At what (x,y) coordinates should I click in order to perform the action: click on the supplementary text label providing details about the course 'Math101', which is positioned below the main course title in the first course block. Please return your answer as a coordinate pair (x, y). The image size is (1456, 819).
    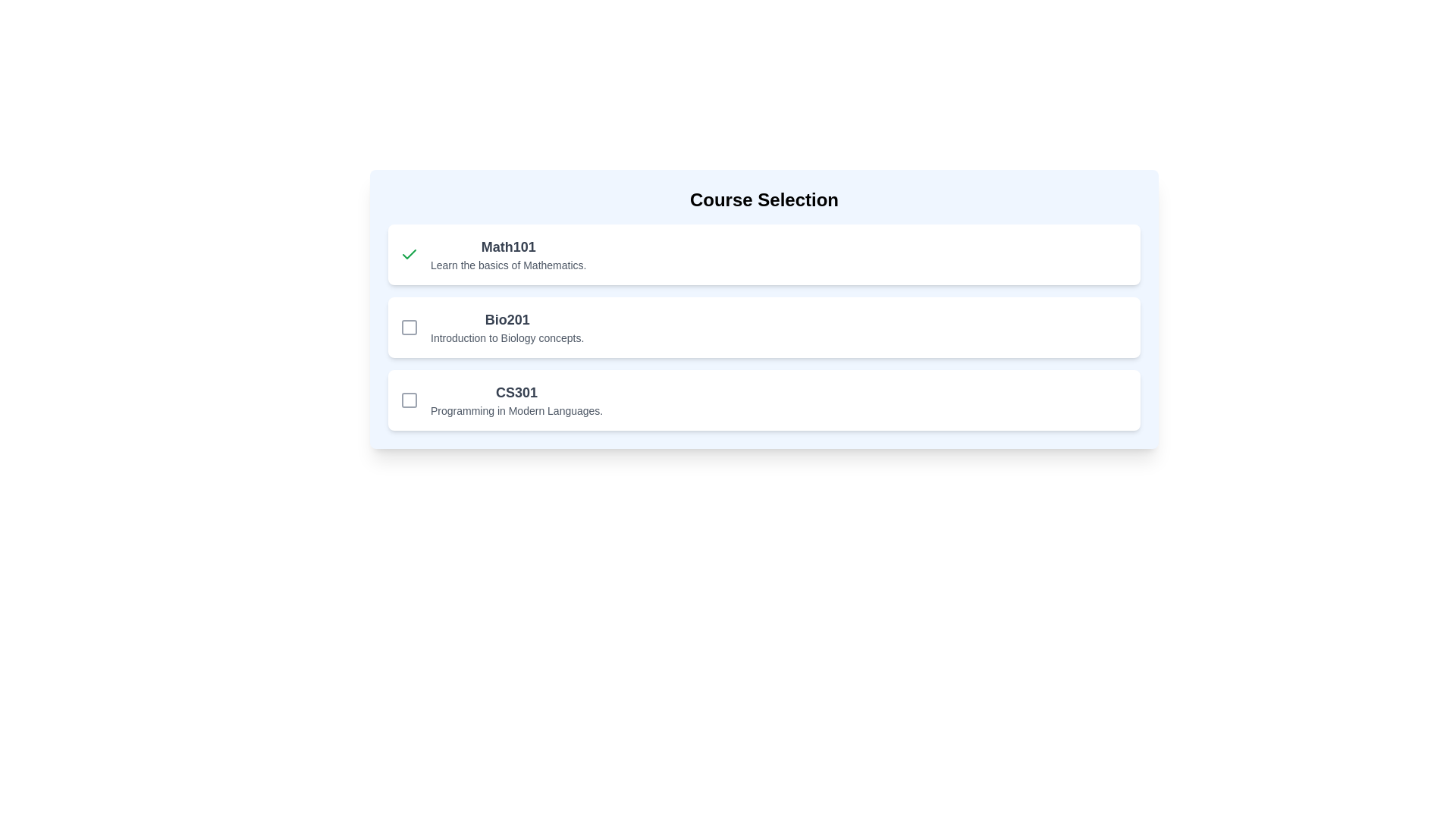
    Looking at the image, I should click on (508, 265).